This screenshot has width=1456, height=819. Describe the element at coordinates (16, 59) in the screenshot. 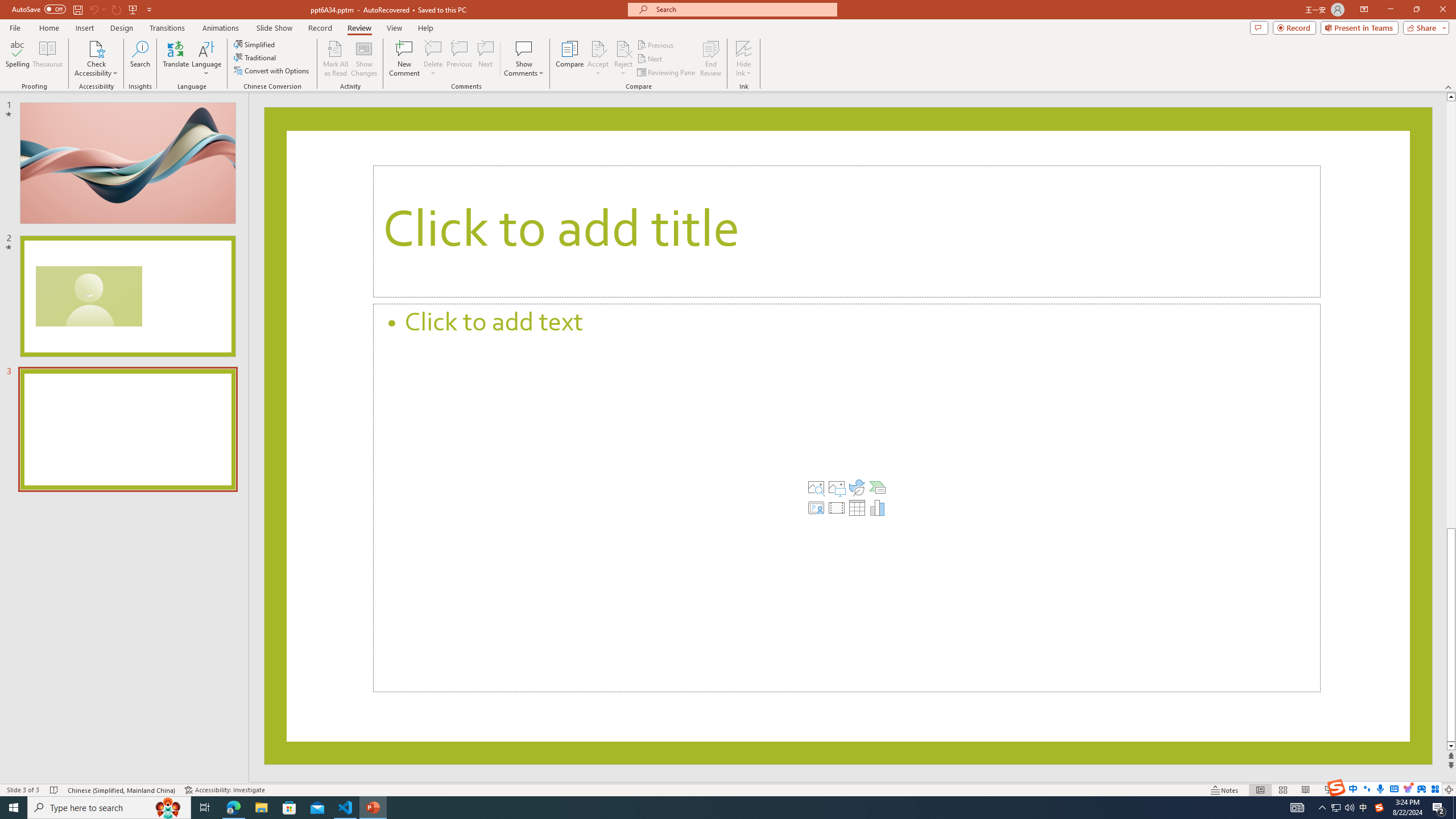

I see `'Spelling...'` at that location.